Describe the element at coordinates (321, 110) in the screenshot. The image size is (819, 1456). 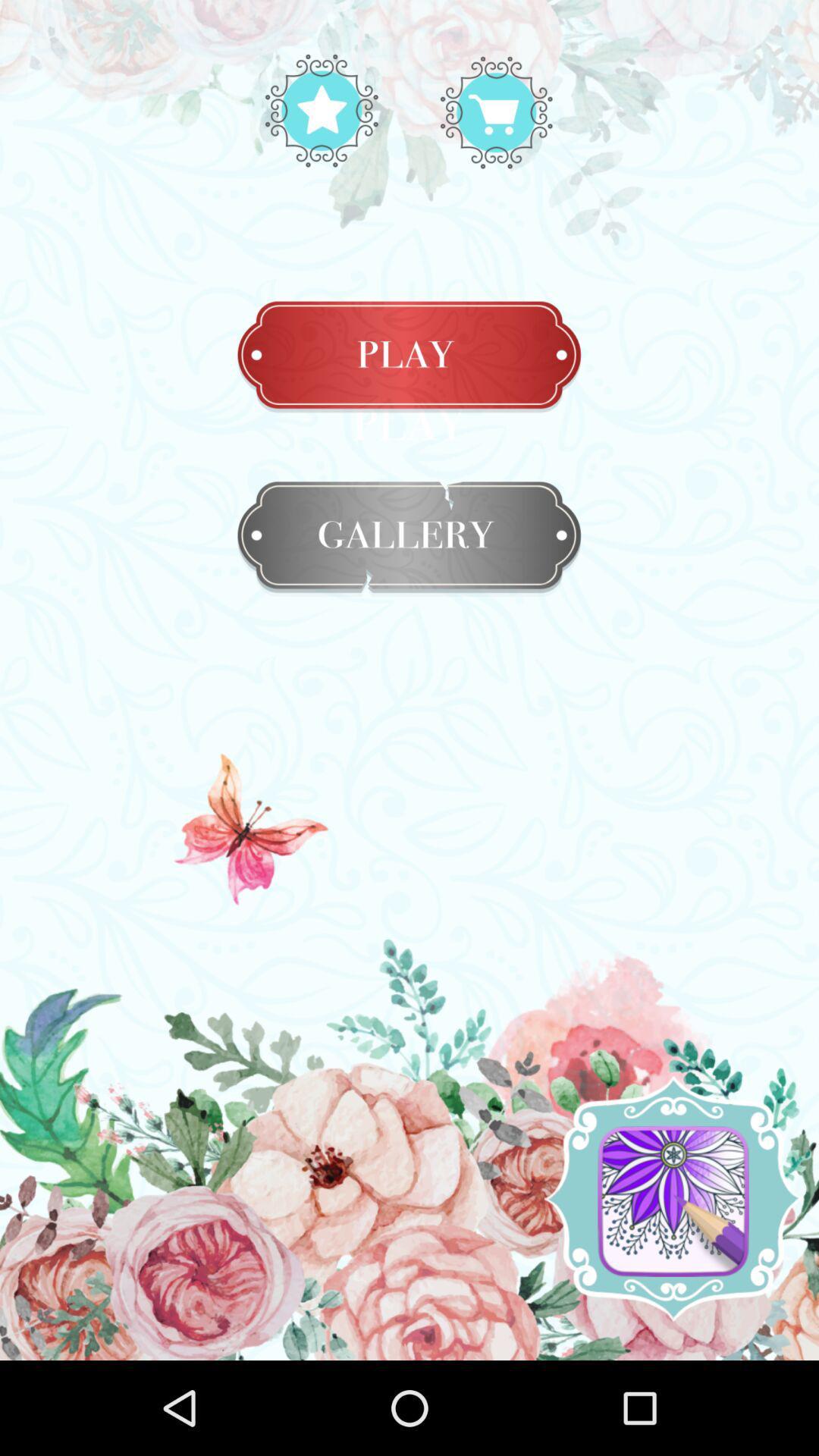
I see `the star icon` at that location.